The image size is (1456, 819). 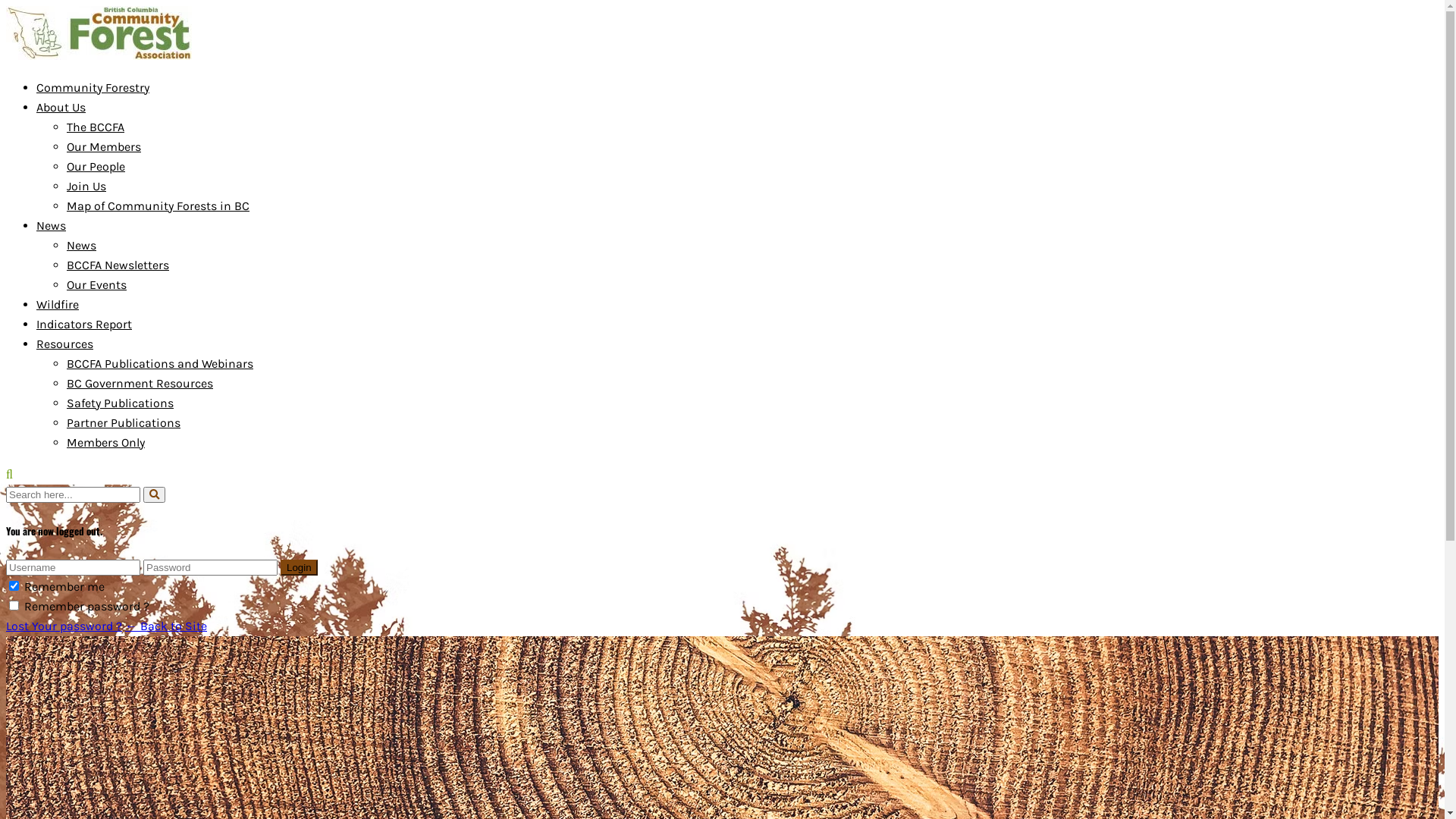 What do you see at coordinates (140, 382) in the screenshot?
I see `'BC Government Resources'` at bounding box center [140, 382].